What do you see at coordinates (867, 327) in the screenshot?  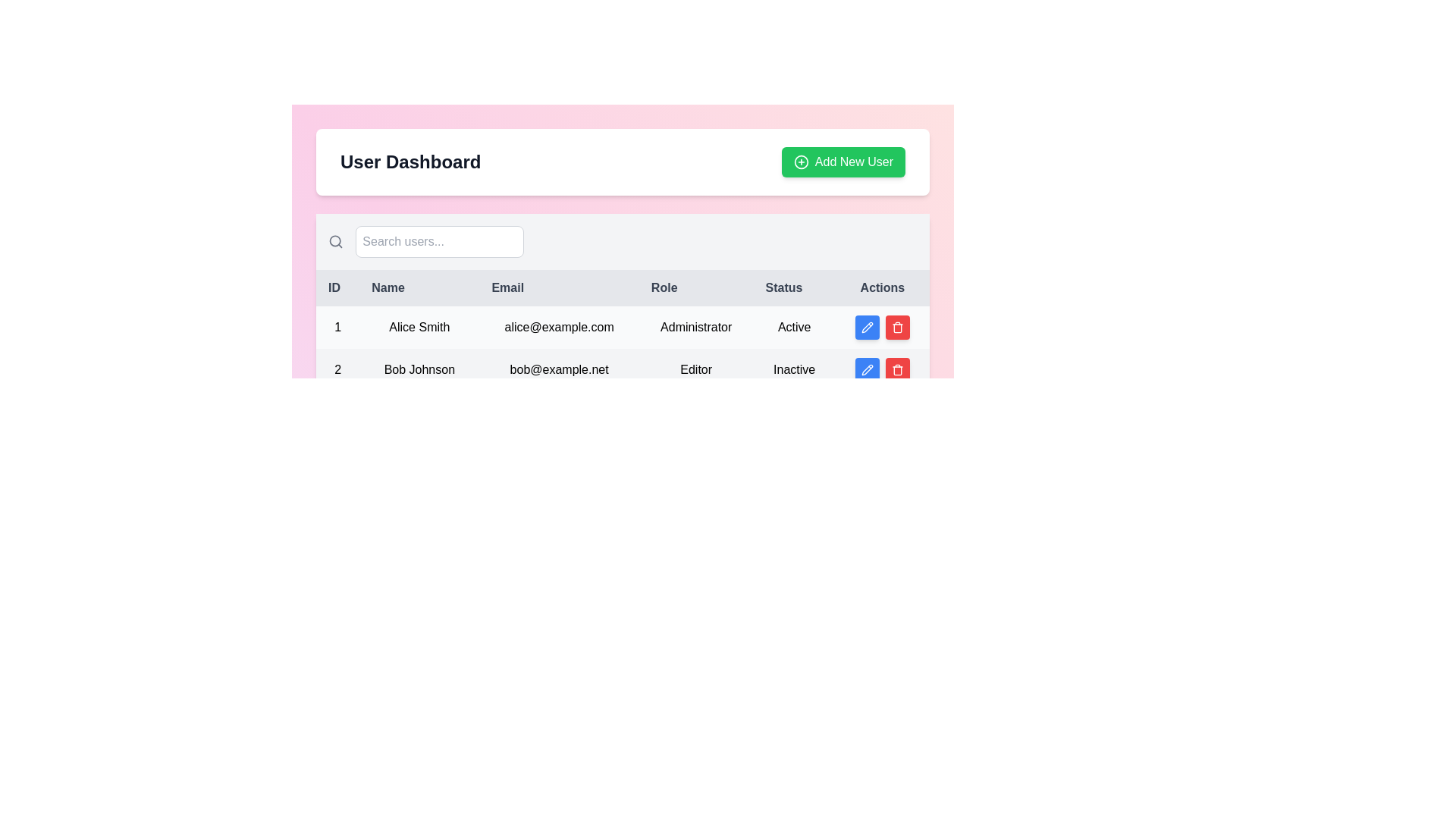 I see `the small blue circular icon with a white pencil graphic in the 'Actions' column of the second row in the user management table to initiate an edit operation for the user 'Bob Johnson'` at bounding box center [867, 327].